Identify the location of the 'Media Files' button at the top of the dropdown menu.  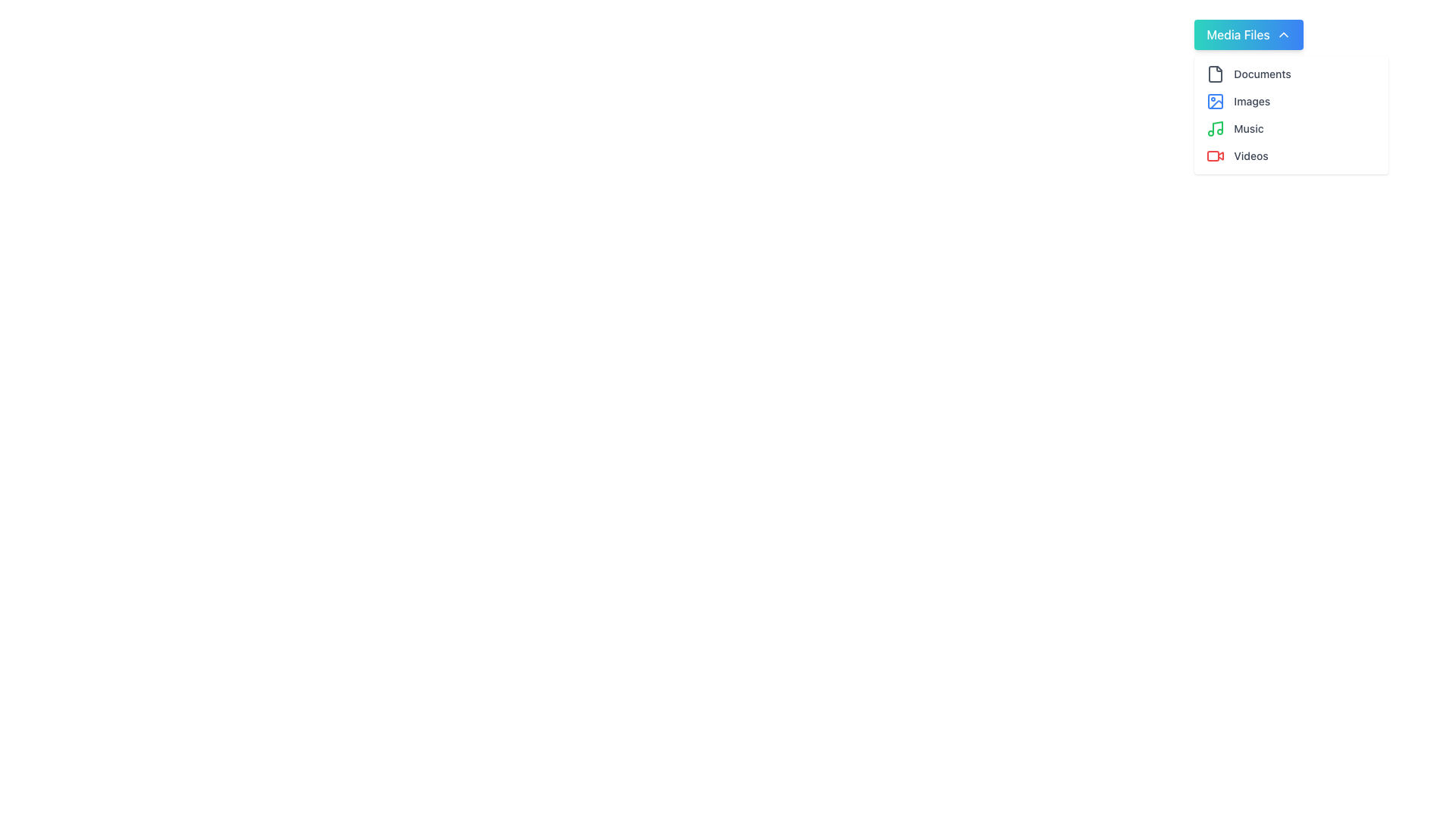
(1248, 34).